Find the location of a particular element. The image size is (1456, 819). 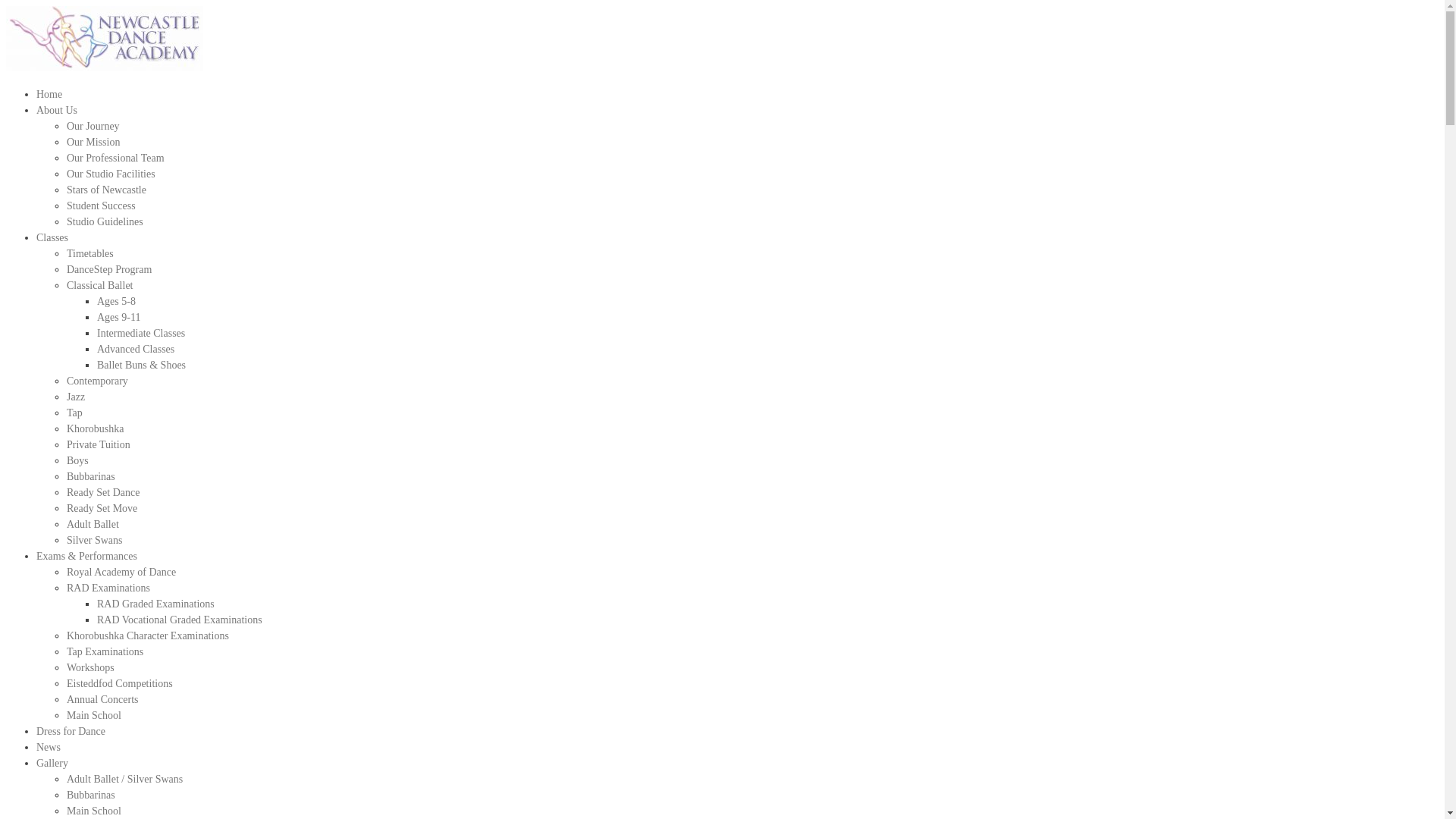

'Adult Ballet / Silver Swans' is located at coordinates (124, 779).